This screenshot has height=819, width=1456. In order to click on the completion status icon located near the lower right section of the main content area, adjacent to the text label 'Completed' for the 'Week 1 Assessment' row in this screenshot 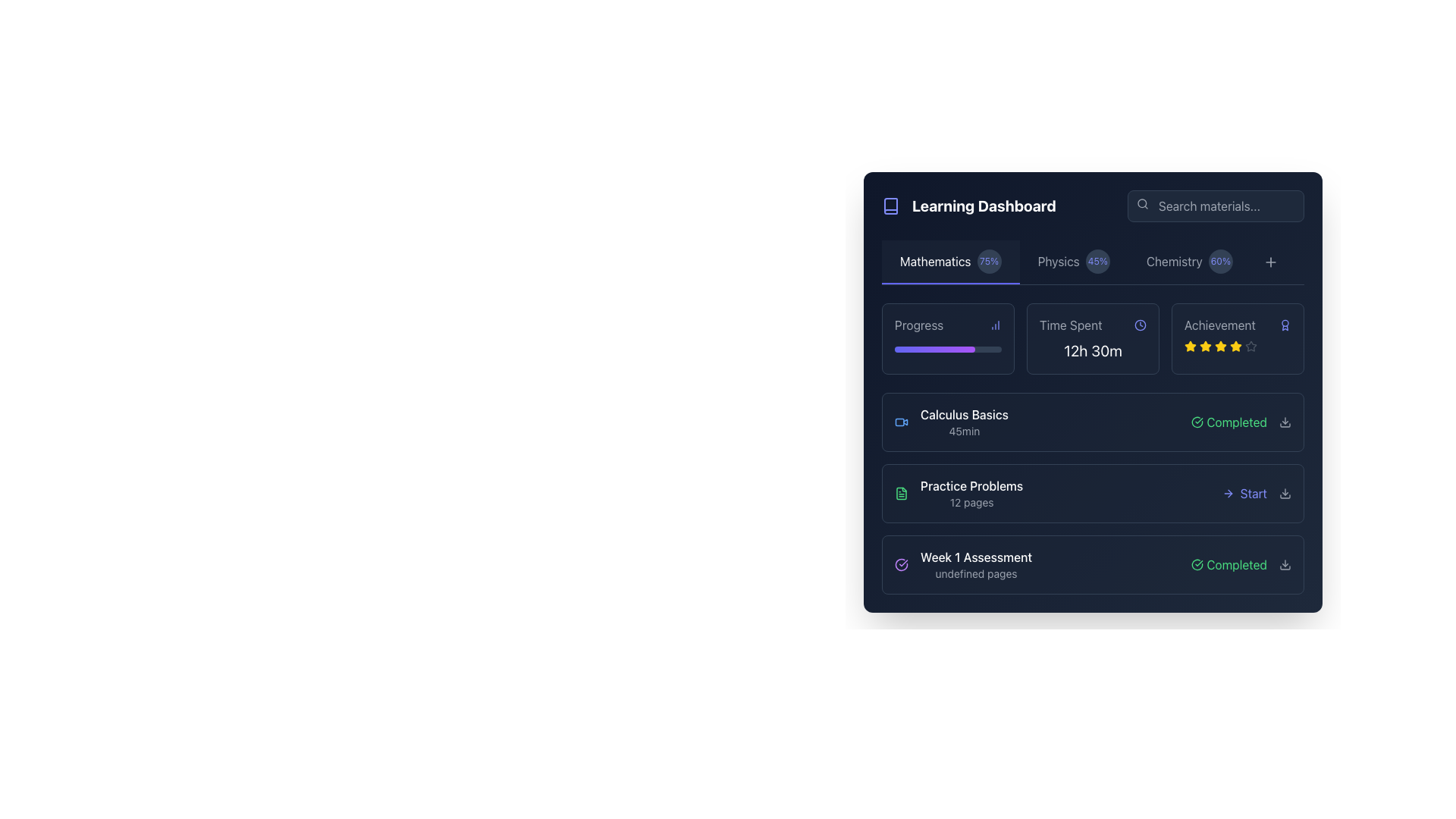, I will do `click(1197, 564)`.